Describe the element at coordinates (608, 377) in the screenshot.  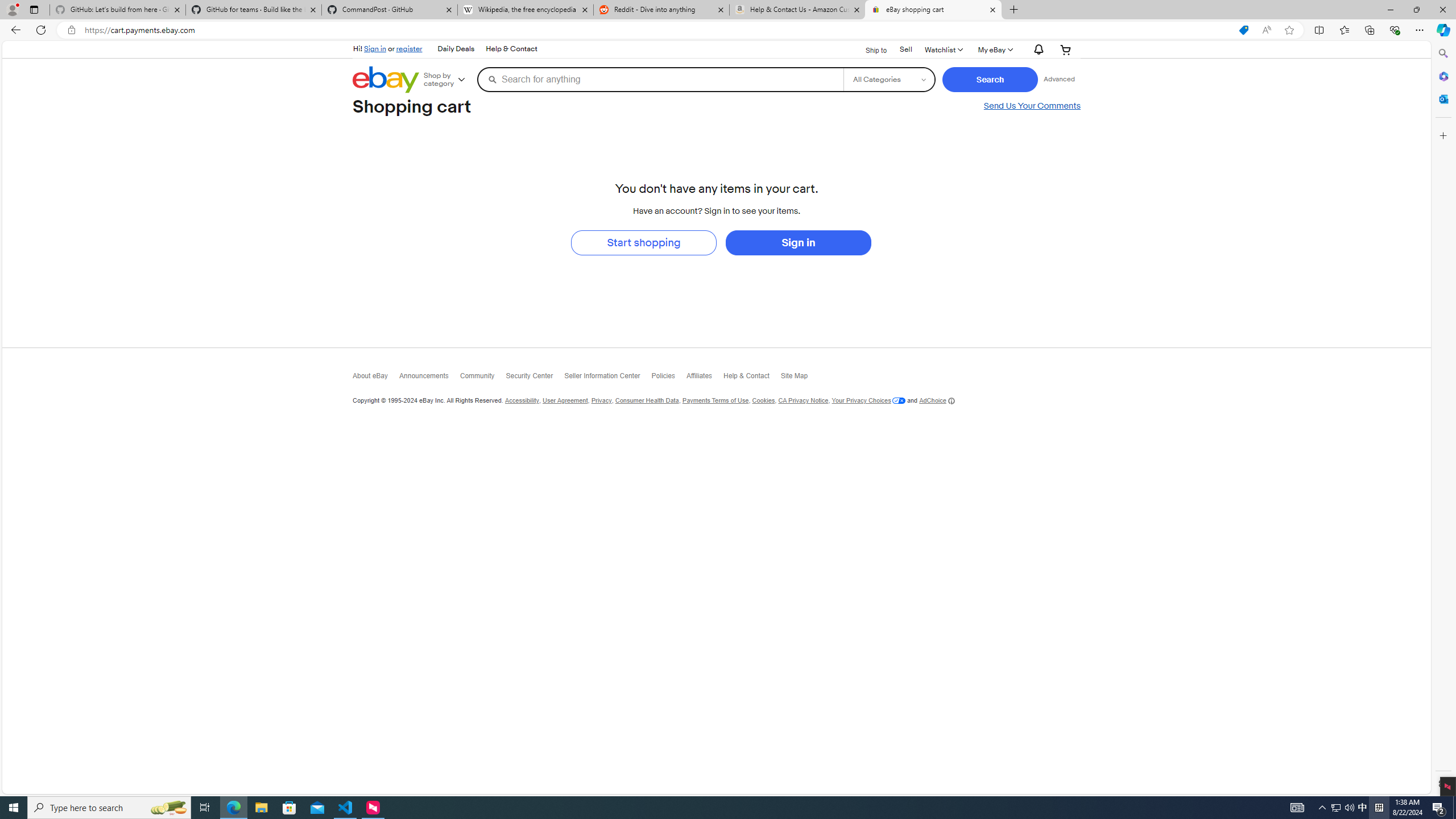
I see `'Seller Information Center'` at that location.